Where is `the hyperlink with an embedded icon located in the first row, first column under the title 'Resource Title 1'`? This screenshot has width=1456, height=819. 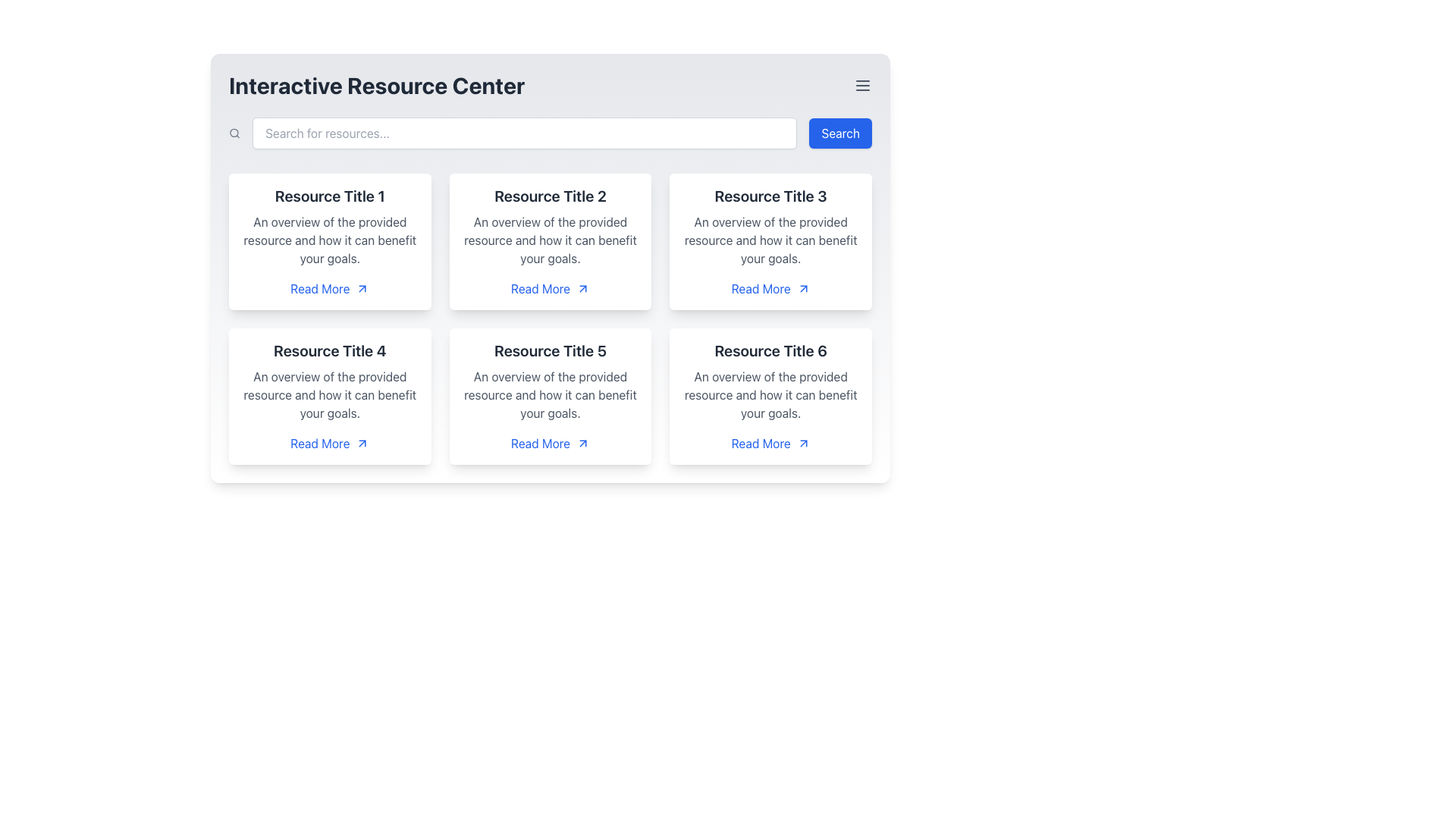 the hyperlink with an embedded icon located in the first row, first column under the title 'Resource Title 1' is located at coordinates (329, 289).